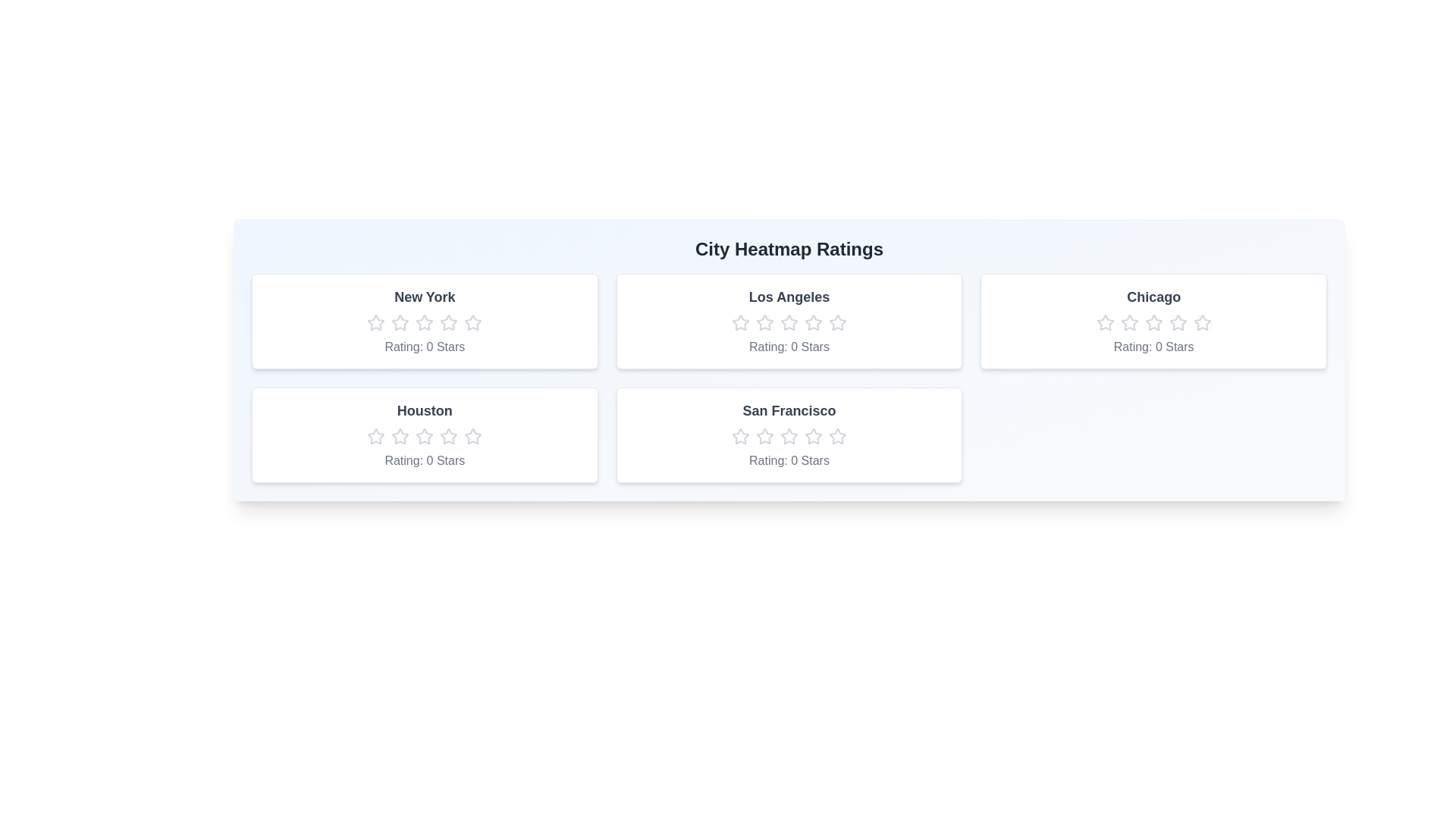 The width and height of the screenshot is (1456, 819). I want to click on the San Francisco rating star number 2, so click(764, 436).